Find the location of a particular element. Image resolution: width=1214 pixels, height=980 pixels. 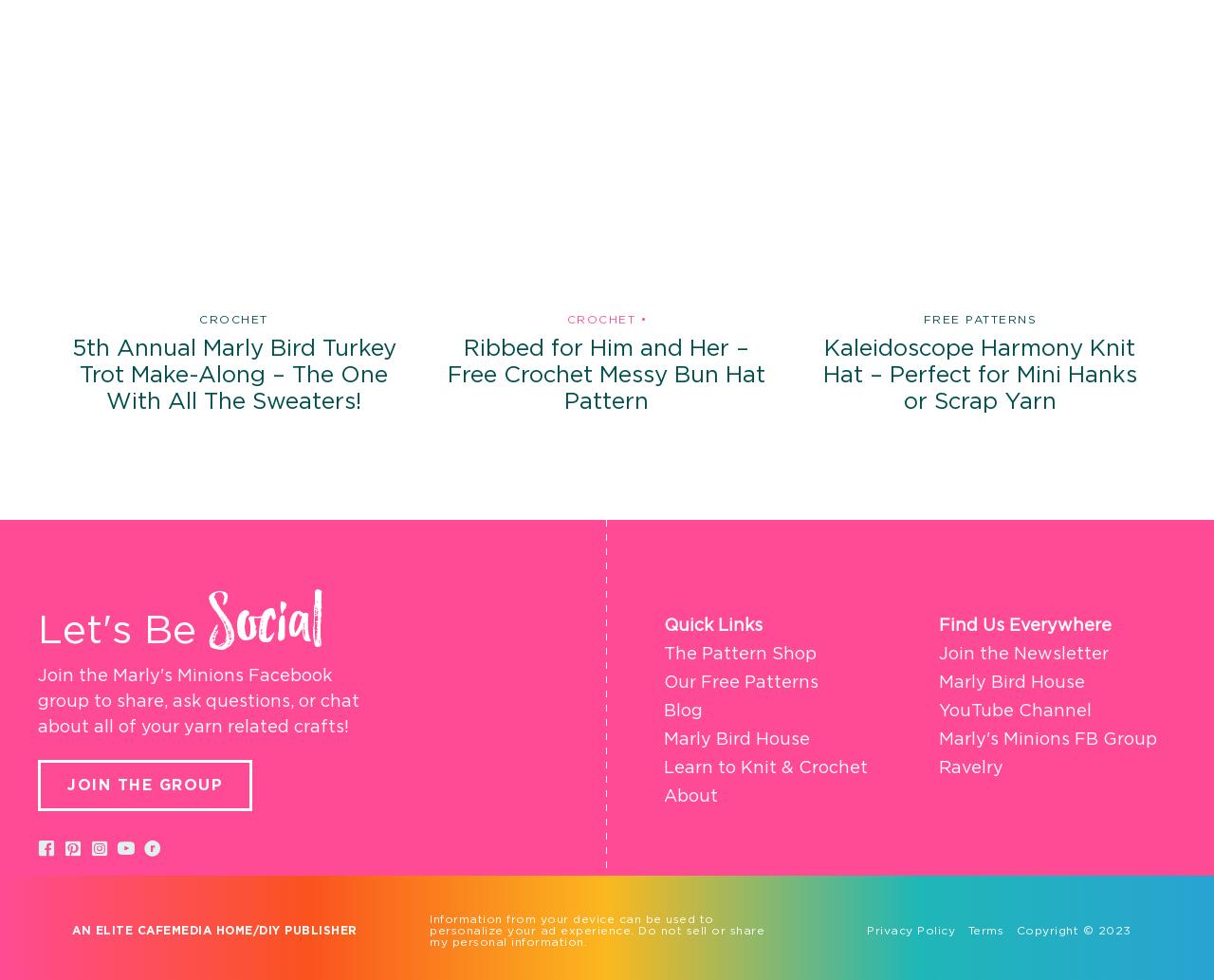

'Ribbed for Him and Her – Free Crochet Messy Bun Hat Pattern' is located at coordinates (447, 375).